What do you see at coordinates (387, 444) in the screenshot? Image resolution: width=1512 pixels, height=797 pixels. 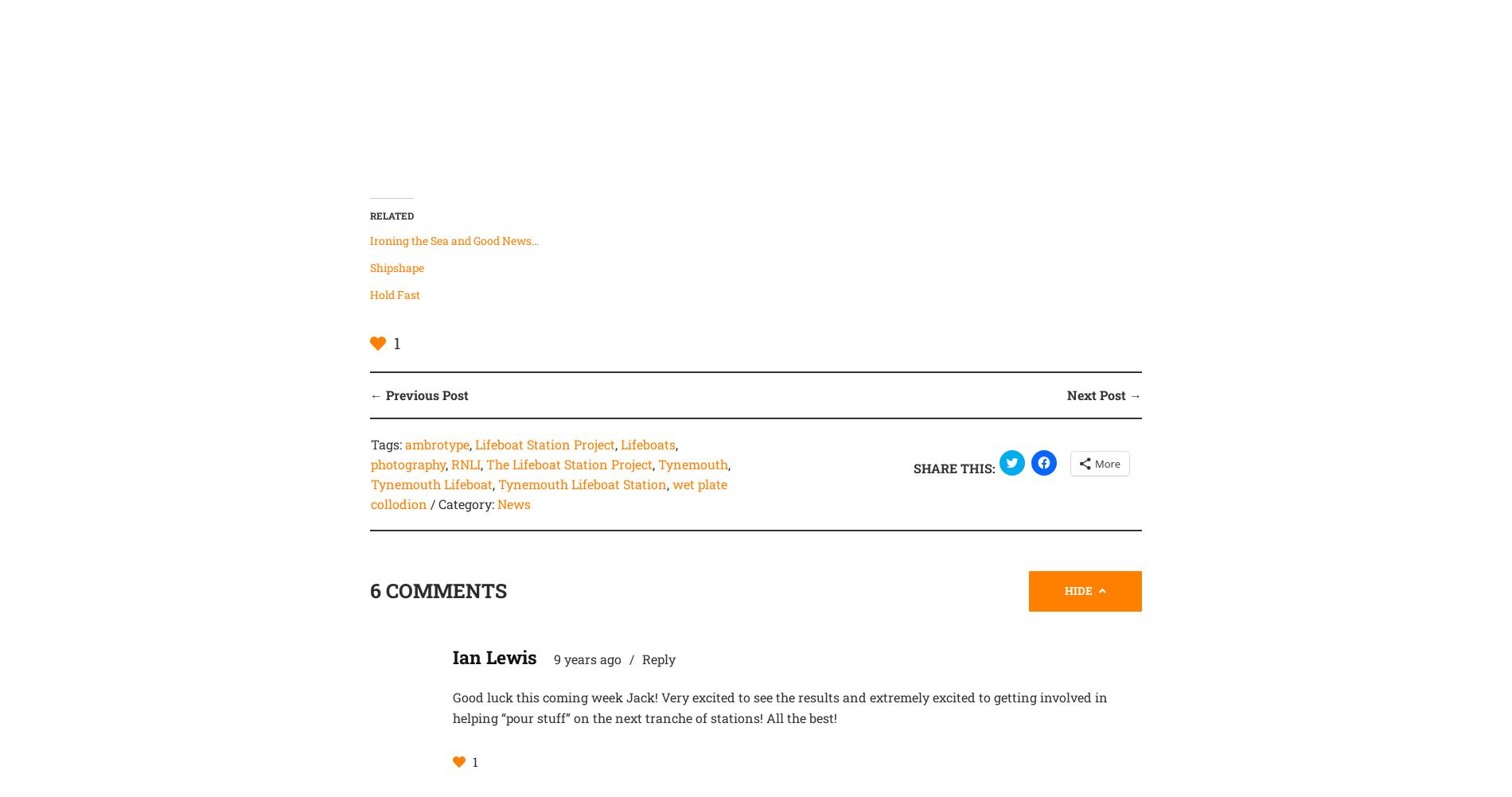 I see `'Tags:'` at bounding box center [387, 444].